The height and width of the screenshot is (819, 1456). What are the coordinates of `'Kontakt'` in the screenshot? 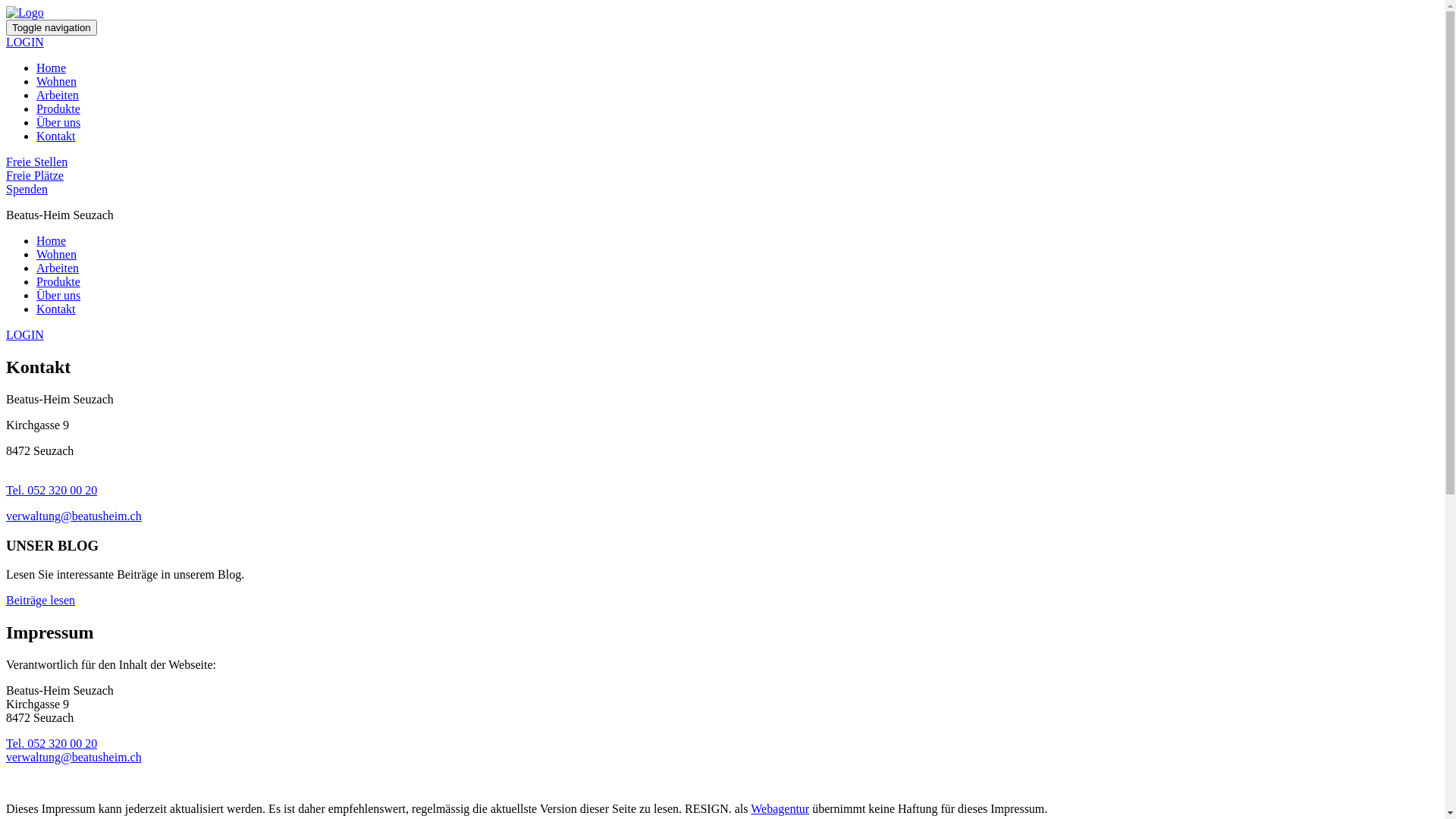 It's located at (36, 135).